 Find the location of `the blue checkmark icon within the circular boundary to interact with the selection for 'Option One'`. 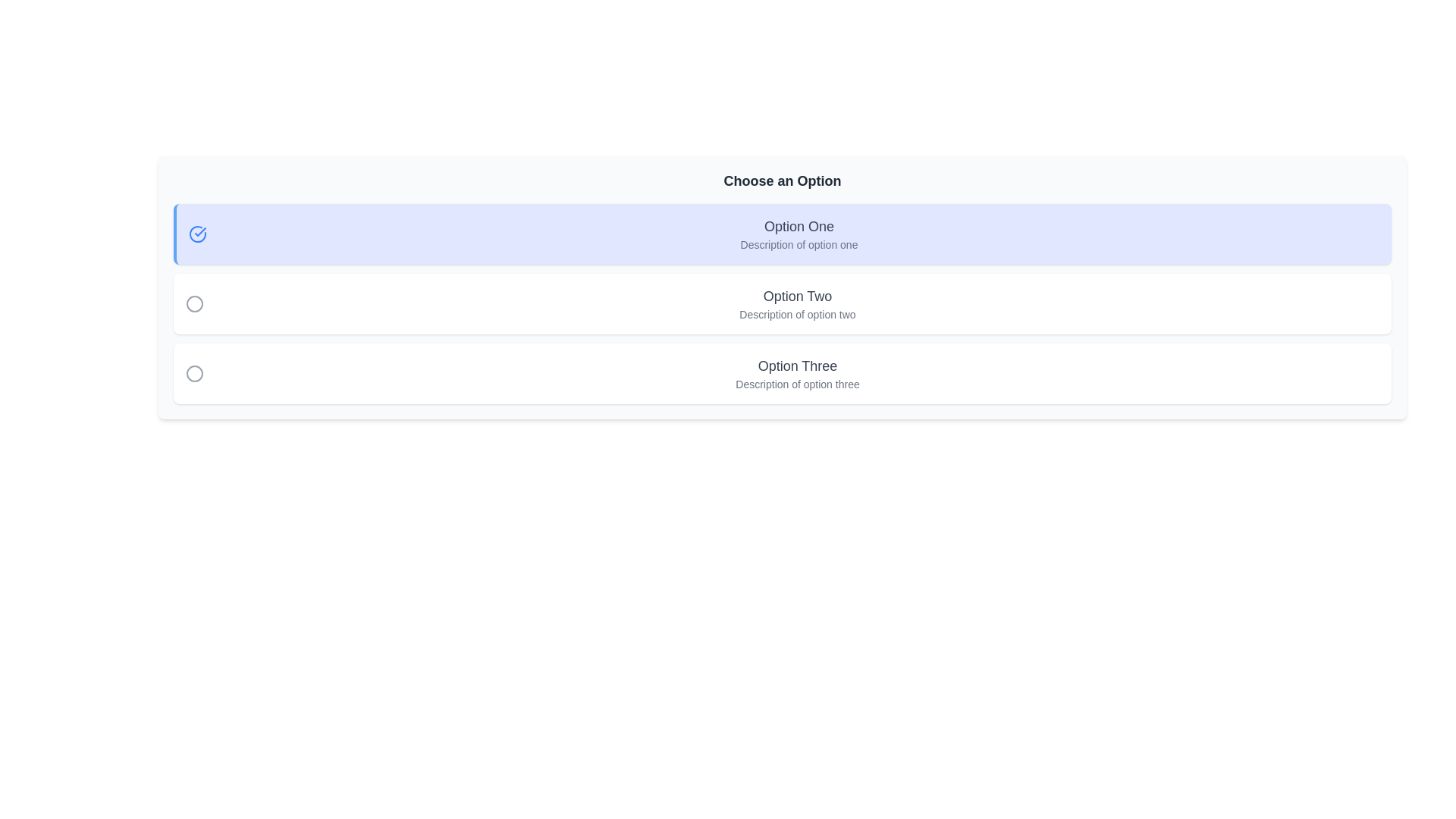

the blue checkmark icon within the circular boundary to interact with the selection for 'Option One' is located at coordinates (199, 231).